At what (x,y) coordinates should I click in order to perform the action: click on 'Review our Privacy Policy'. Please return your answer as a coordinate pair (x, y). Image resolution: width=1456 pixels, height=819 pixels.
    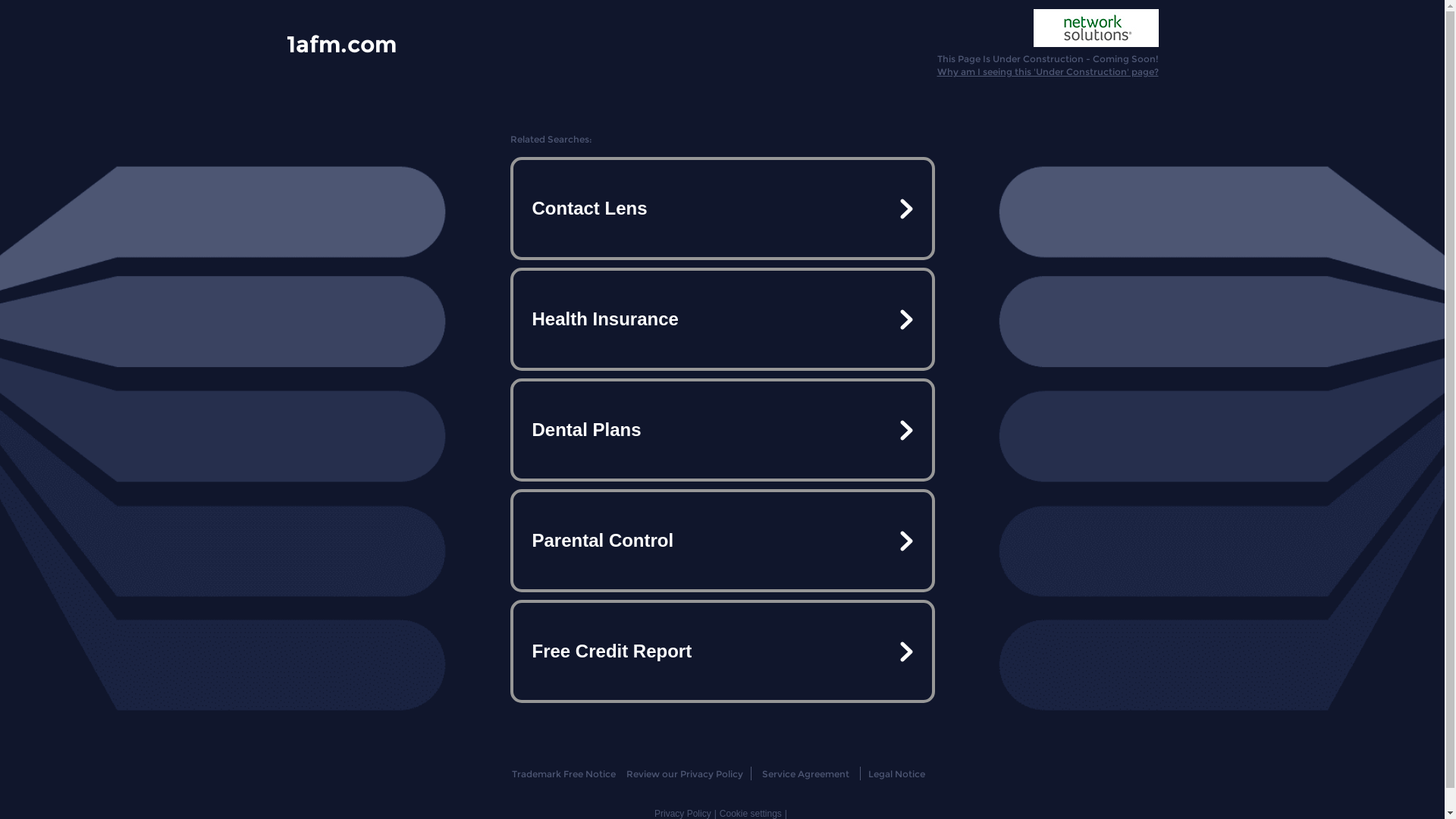
    Looking at the image, I should click on (683, 773).